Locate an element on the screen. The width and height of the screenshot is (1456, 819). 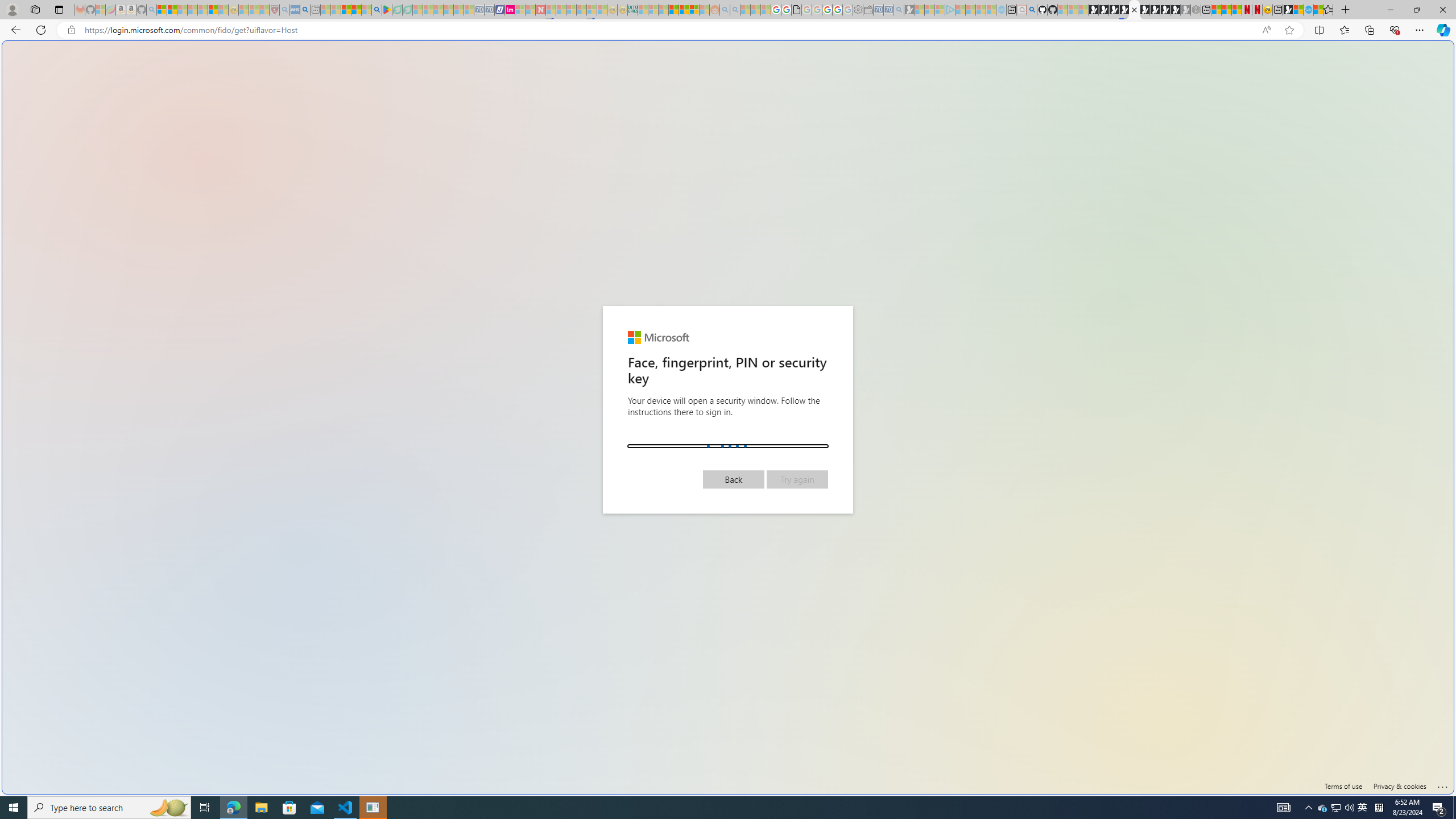
'Wallet - Sleeping' is located at coordinates (867, 9).